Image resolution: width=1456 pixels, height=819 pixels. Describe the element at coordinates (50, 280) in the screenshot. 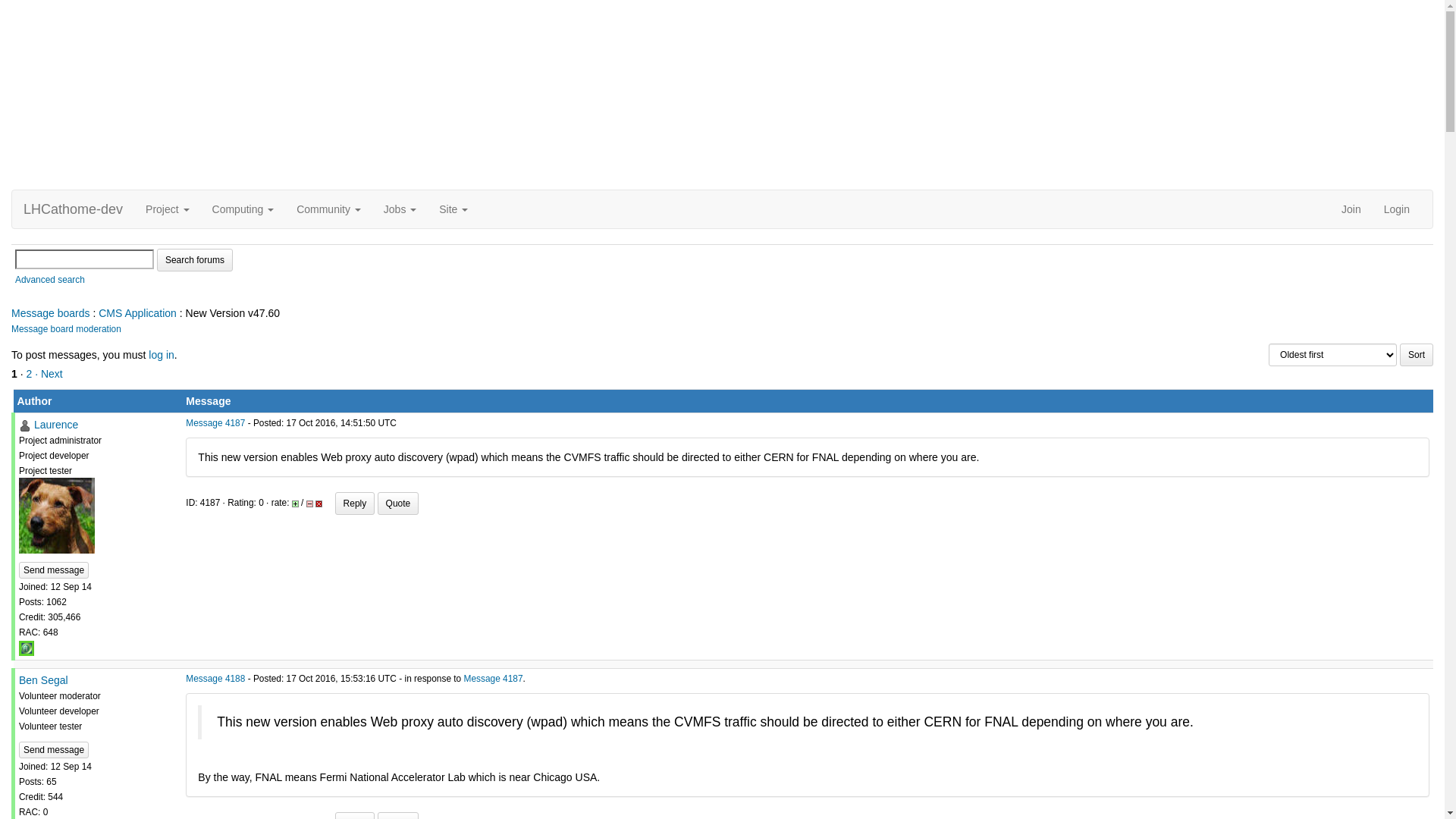

I see `'Advanced search'` at that location.